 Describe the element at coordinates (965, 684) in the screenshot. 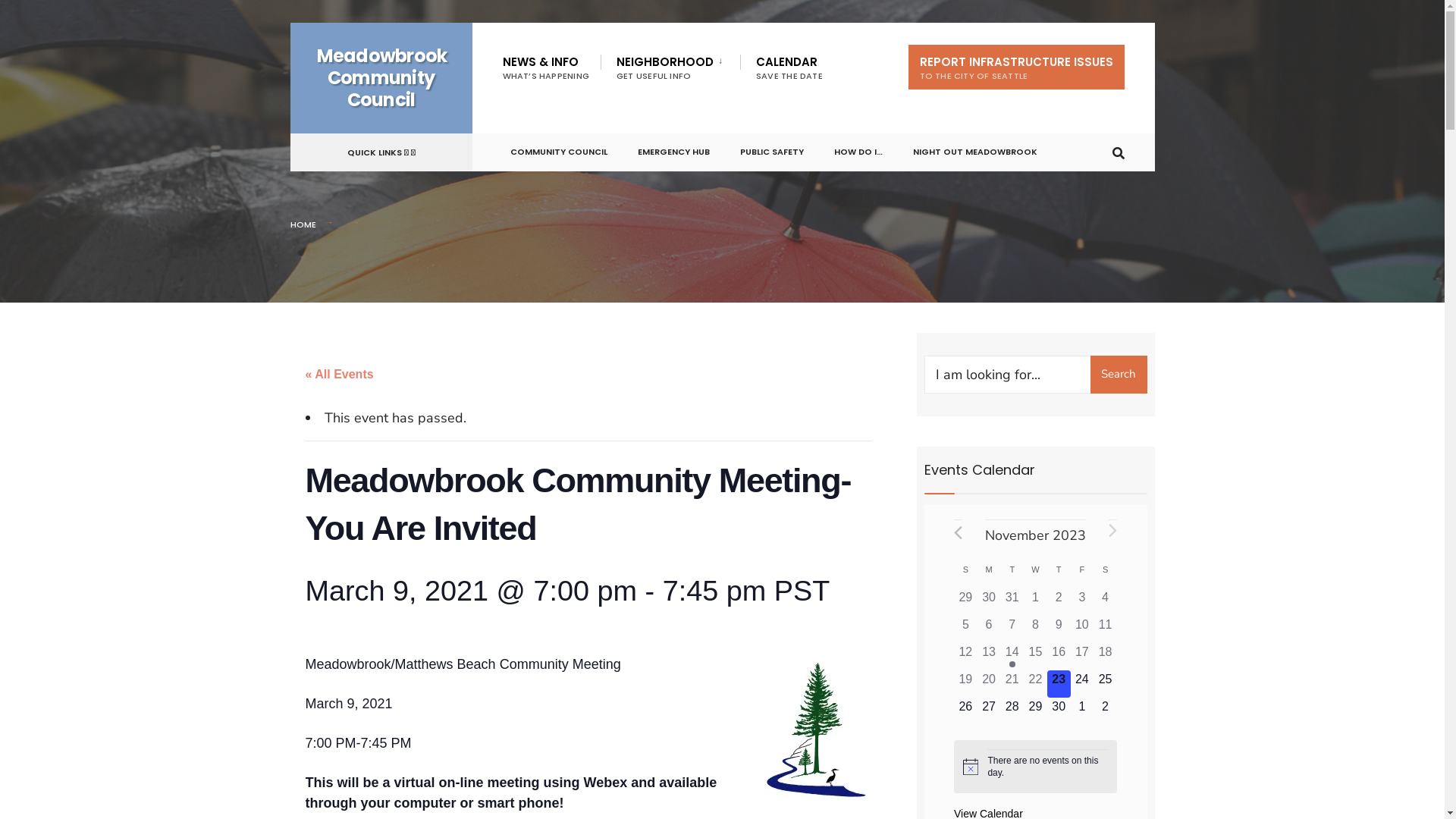

I see `'0 events,` at that location.